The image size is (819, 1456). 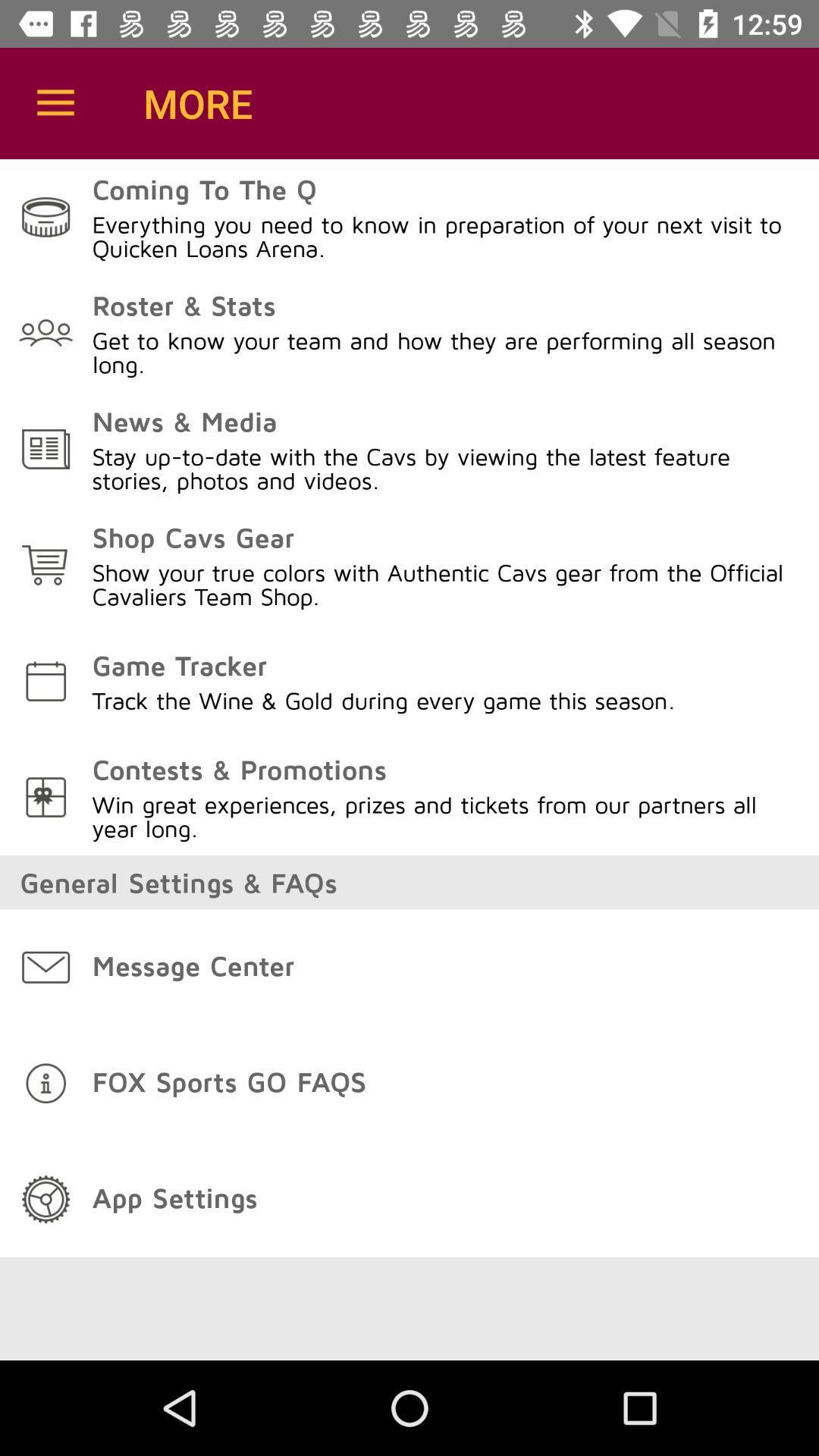 I want to click on the item to the left of the more icon, so click(x=55, y=102).